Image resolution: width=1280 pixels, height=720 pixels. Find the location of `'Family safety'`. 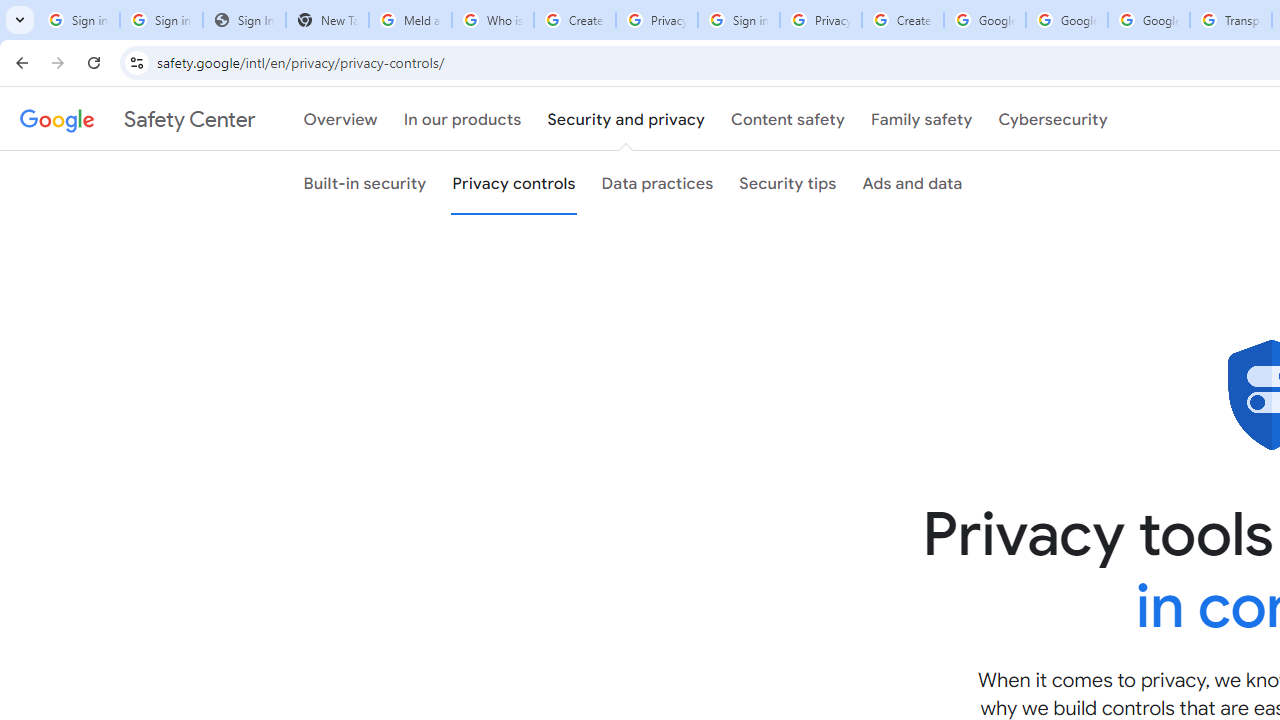

'Family safety' is located at coordinates (920, 119).